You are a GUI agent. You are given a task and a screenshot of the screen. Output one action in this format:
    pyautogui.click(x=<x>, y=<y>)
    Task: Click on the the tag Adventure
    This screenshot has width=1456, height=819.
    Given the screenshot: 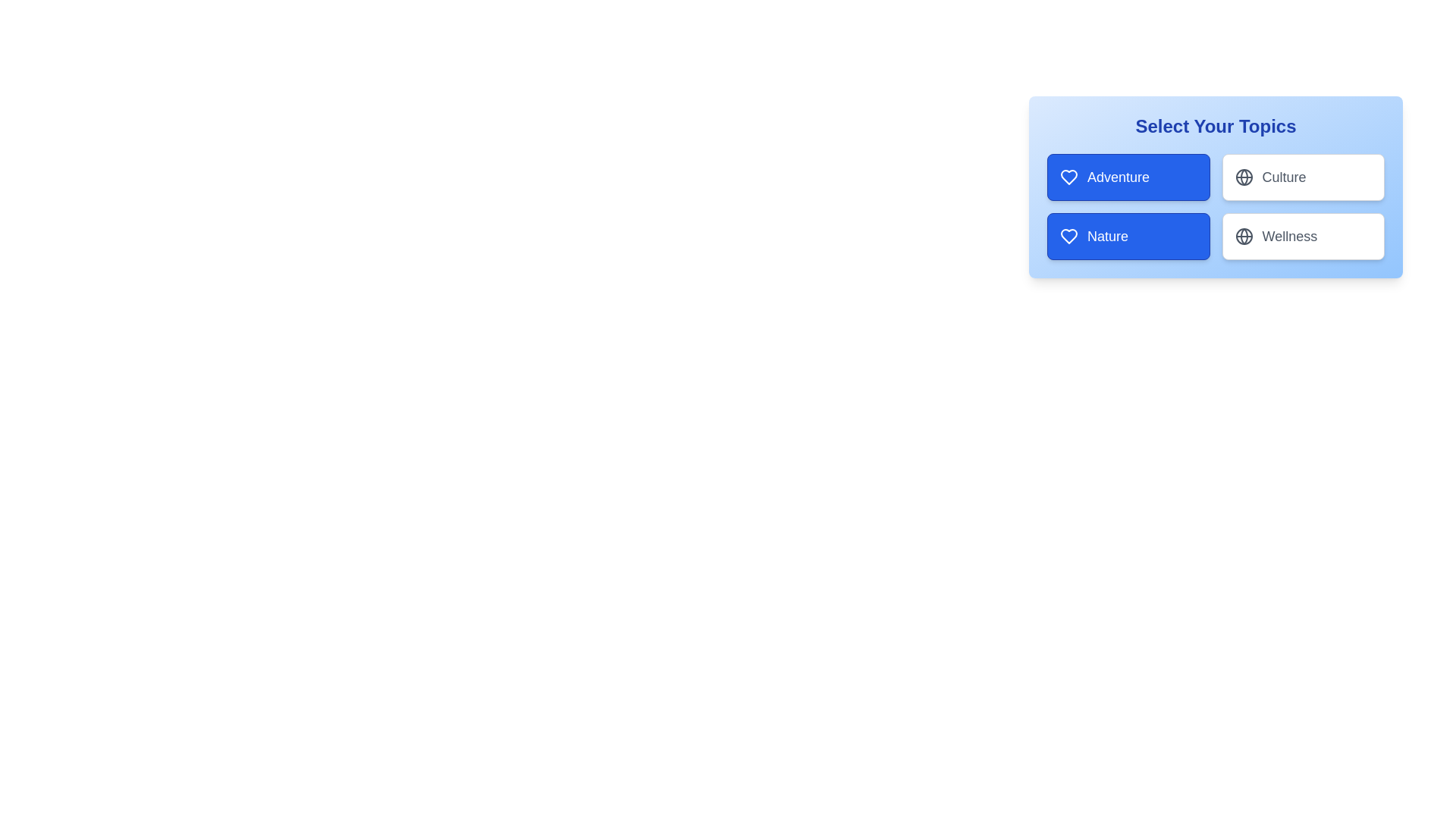 What is the action you would take?
    pyautogui.click(x=1128, y=177)
    